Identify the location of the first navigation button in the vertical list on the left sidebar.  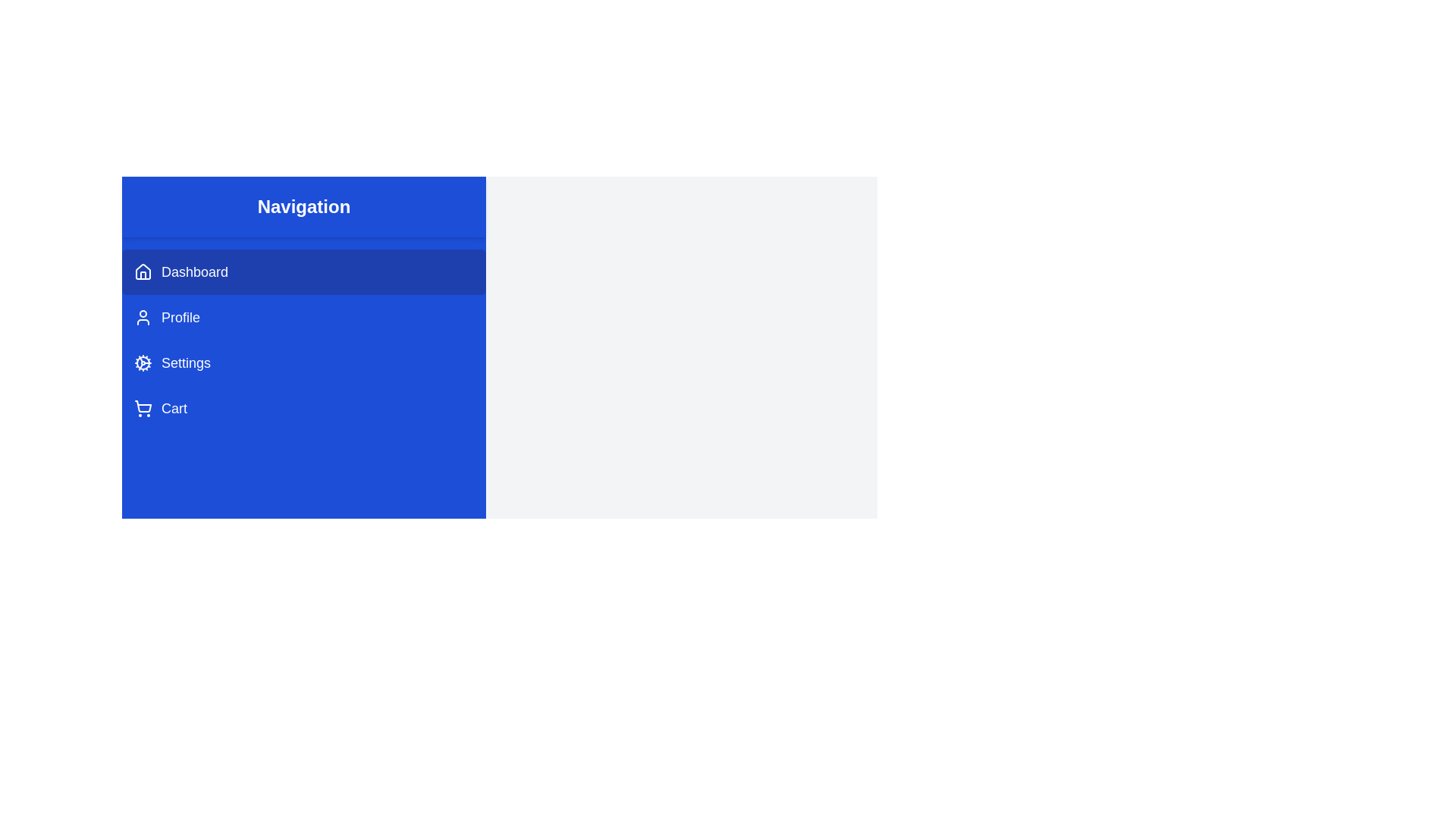
(303, 271).